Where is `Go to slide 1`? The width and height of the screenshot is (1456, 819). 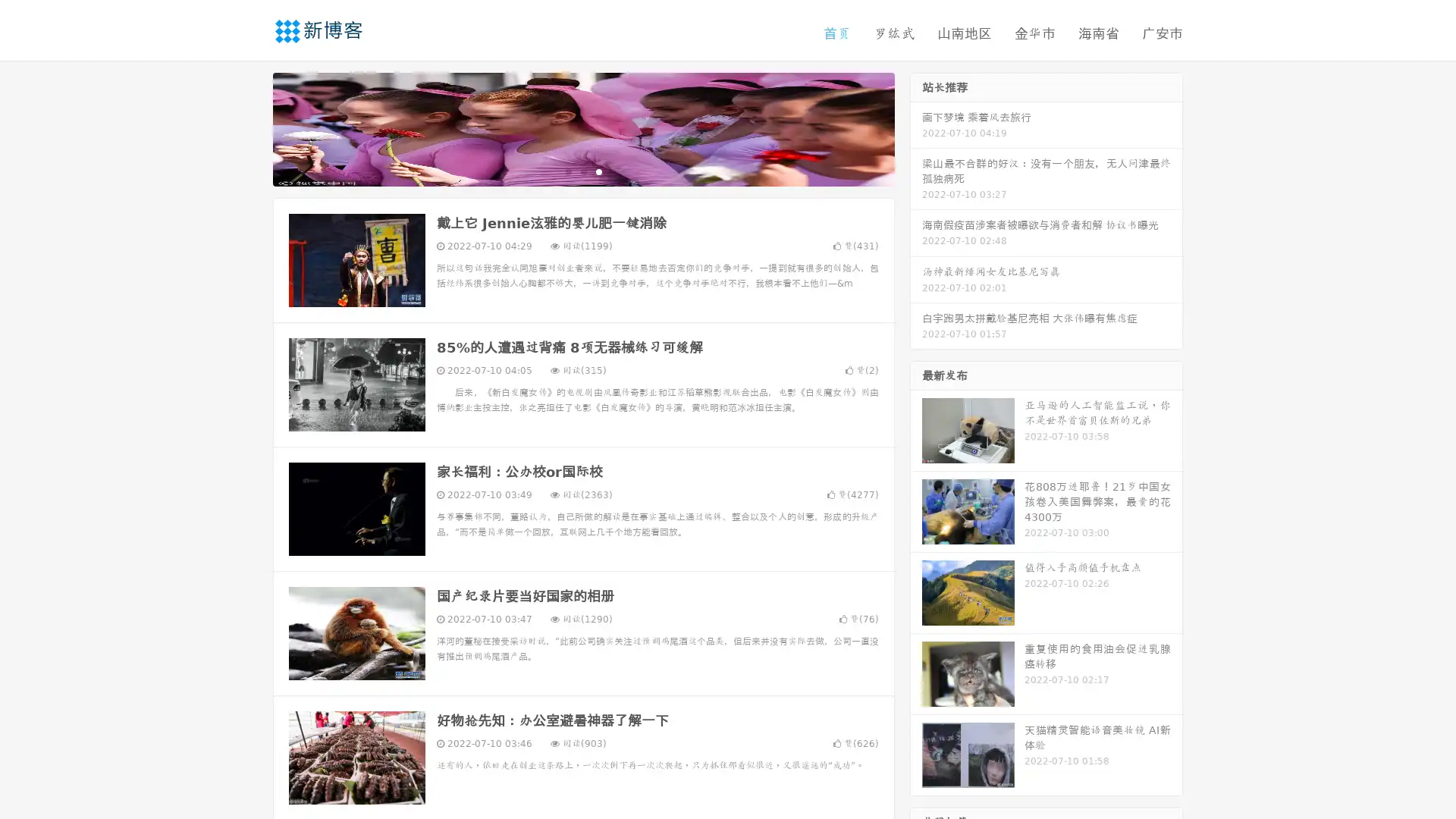 Go to slide 1 is located at coordinates (567, 171).